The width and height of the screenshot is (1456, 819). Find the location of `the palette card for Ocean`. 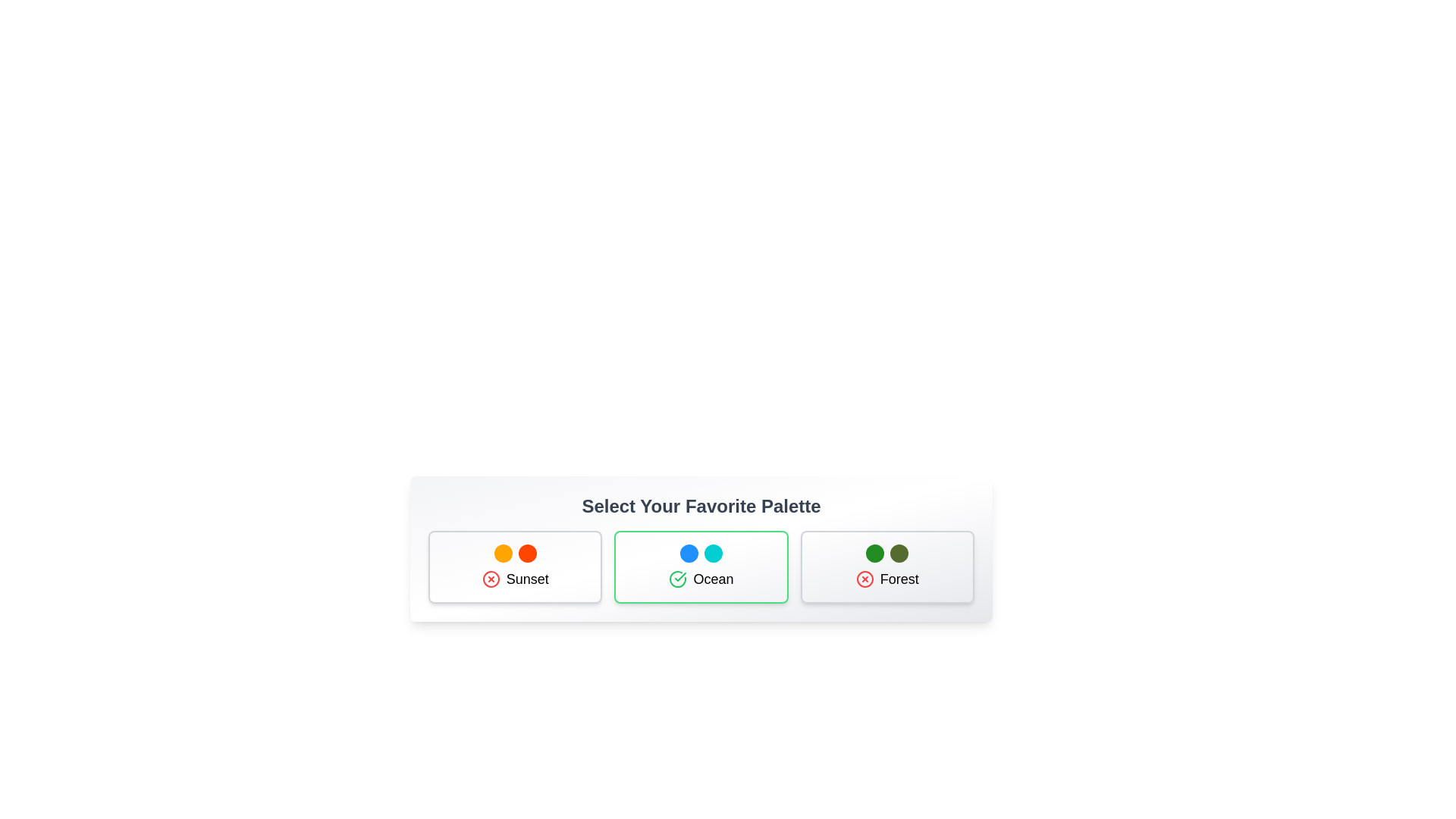

the palette card for Ocean is located at coordinates (701, 567).